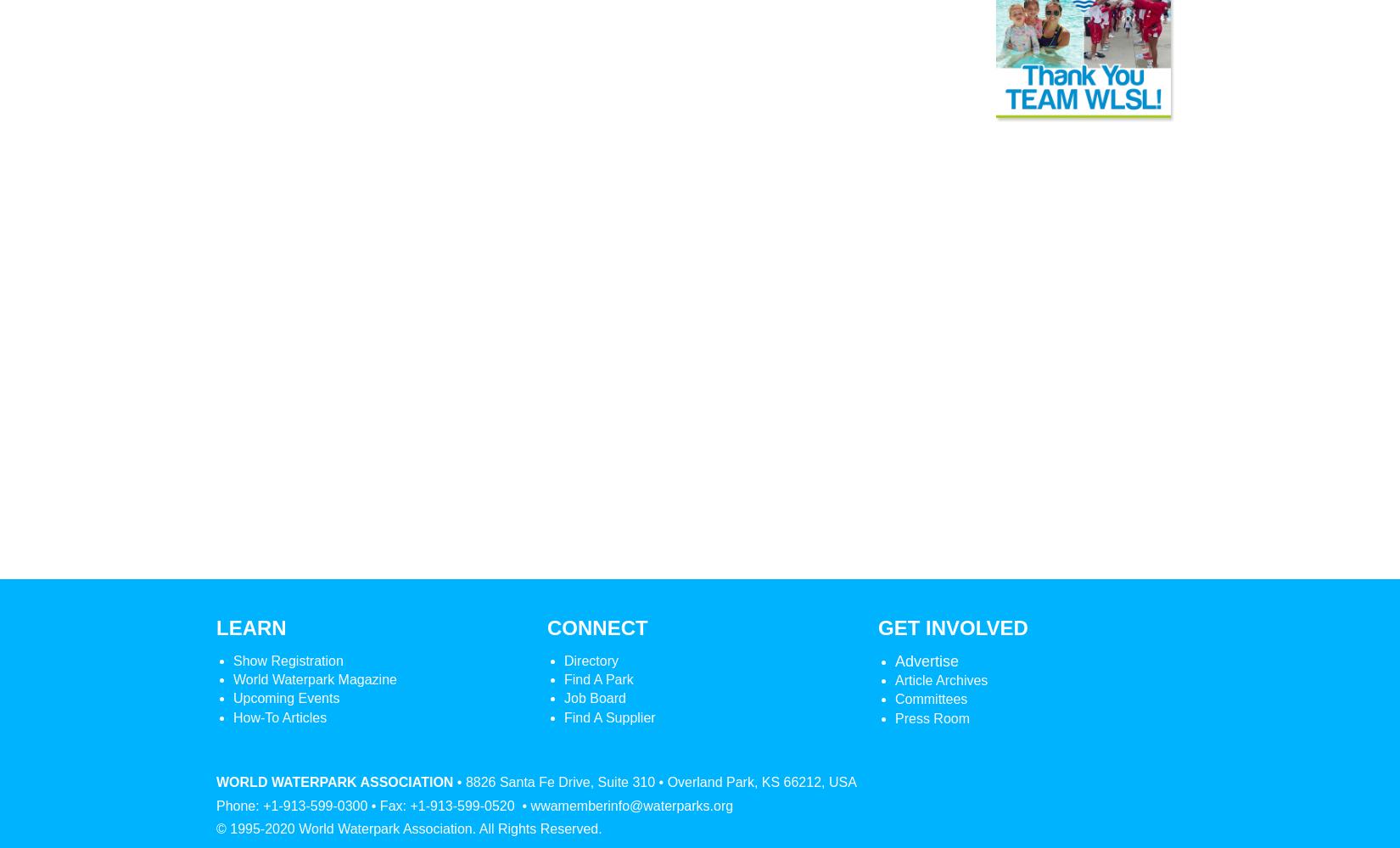  What do you see at coordinates (216, 828) in the screenshot?
I see `'© 1995-2020 World Waterpark Association. All Rights Reserved.'` at bounding box center [216, 828].